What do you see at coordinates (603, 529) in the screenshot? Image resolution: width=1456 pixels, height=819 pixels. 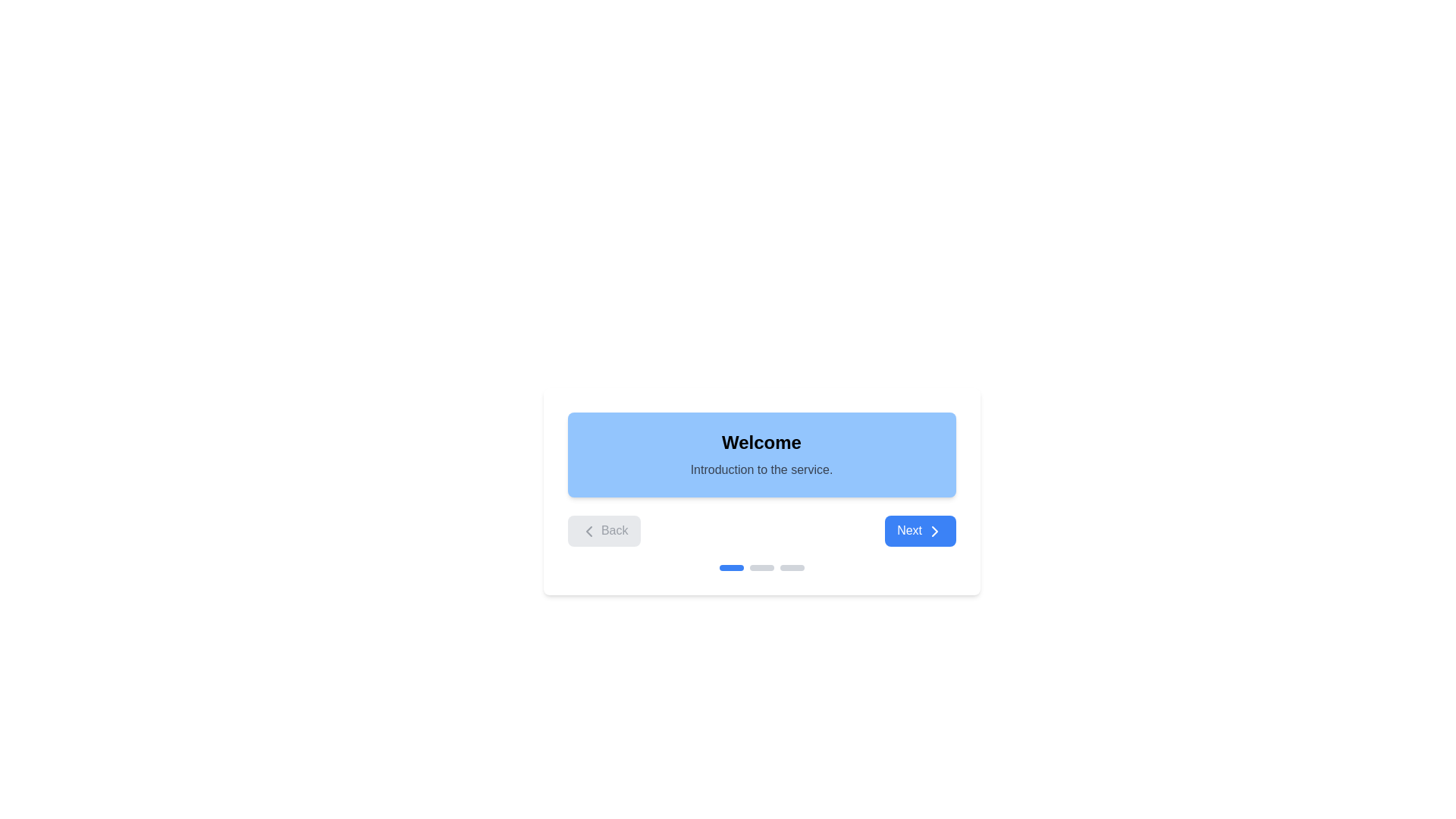 I see `the 'Back' button to navigate to the previous step` at bounding box center [603, 529].